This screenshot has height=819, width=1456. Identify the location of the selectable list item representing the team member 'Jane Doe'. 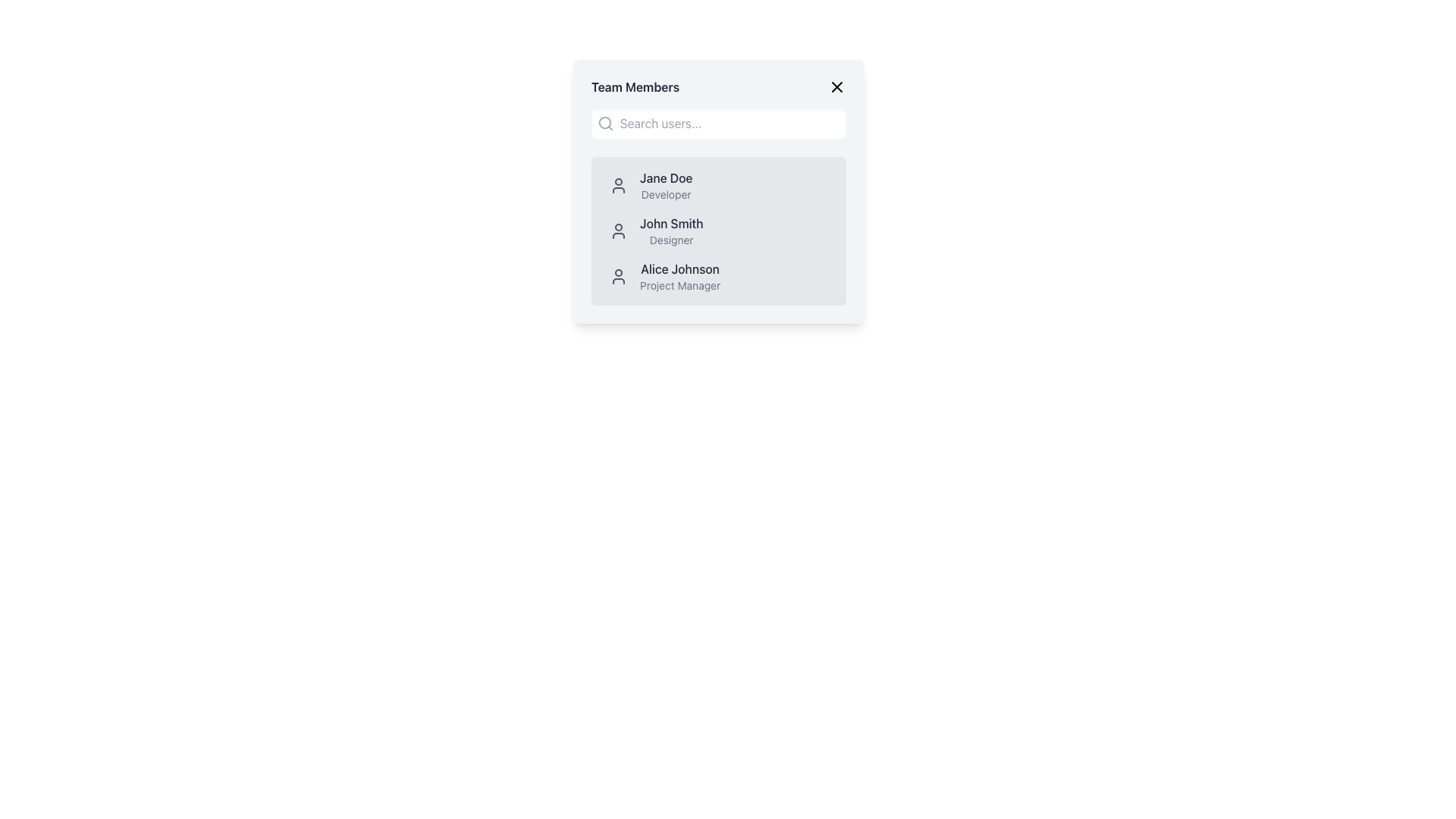
(718, 185).